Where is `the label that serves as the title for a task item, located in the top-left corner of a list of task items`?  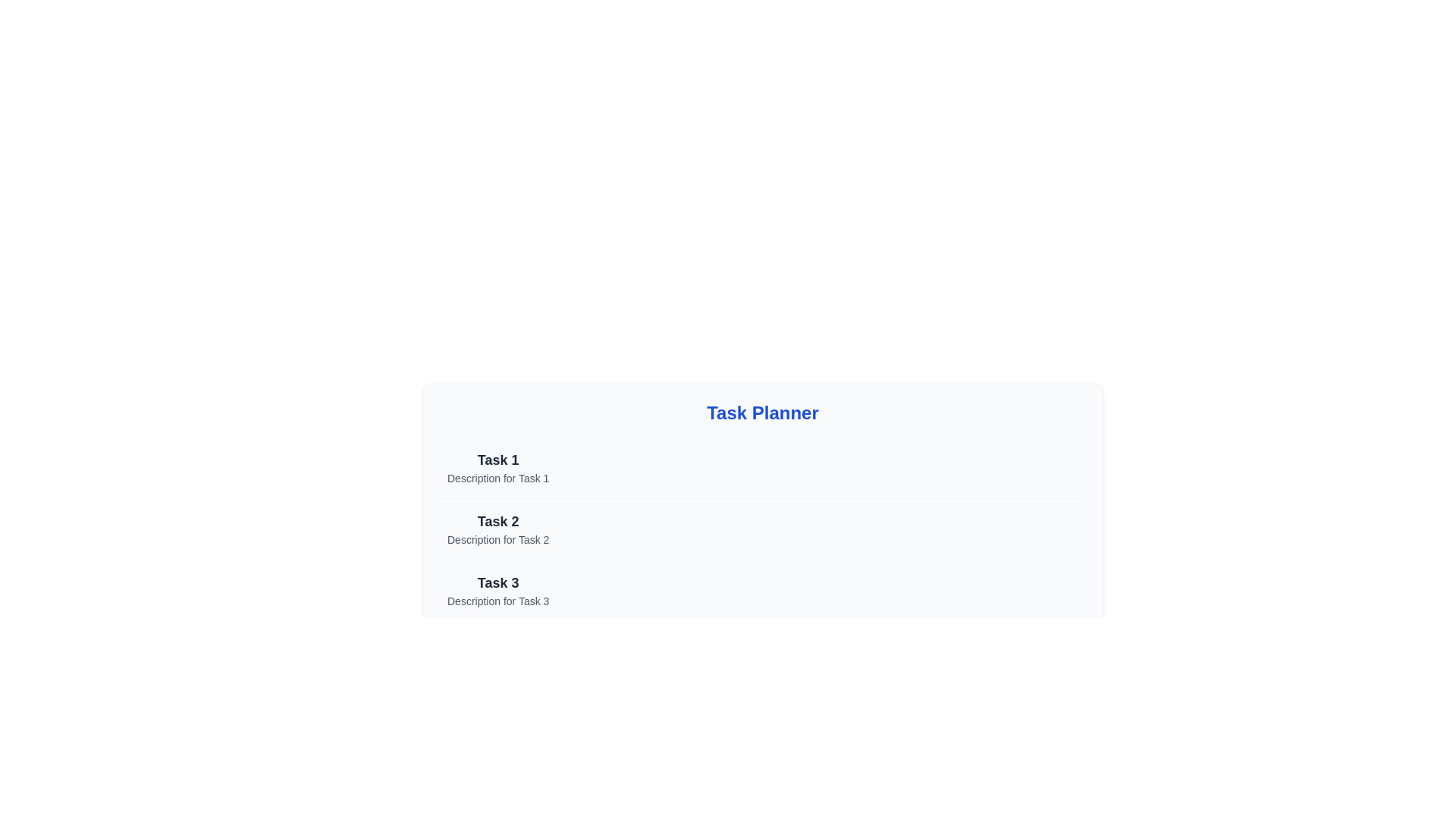
the label that serves as the title for a task item, located in the top-left corner of a list of task items is located at coordinates (498, 459).